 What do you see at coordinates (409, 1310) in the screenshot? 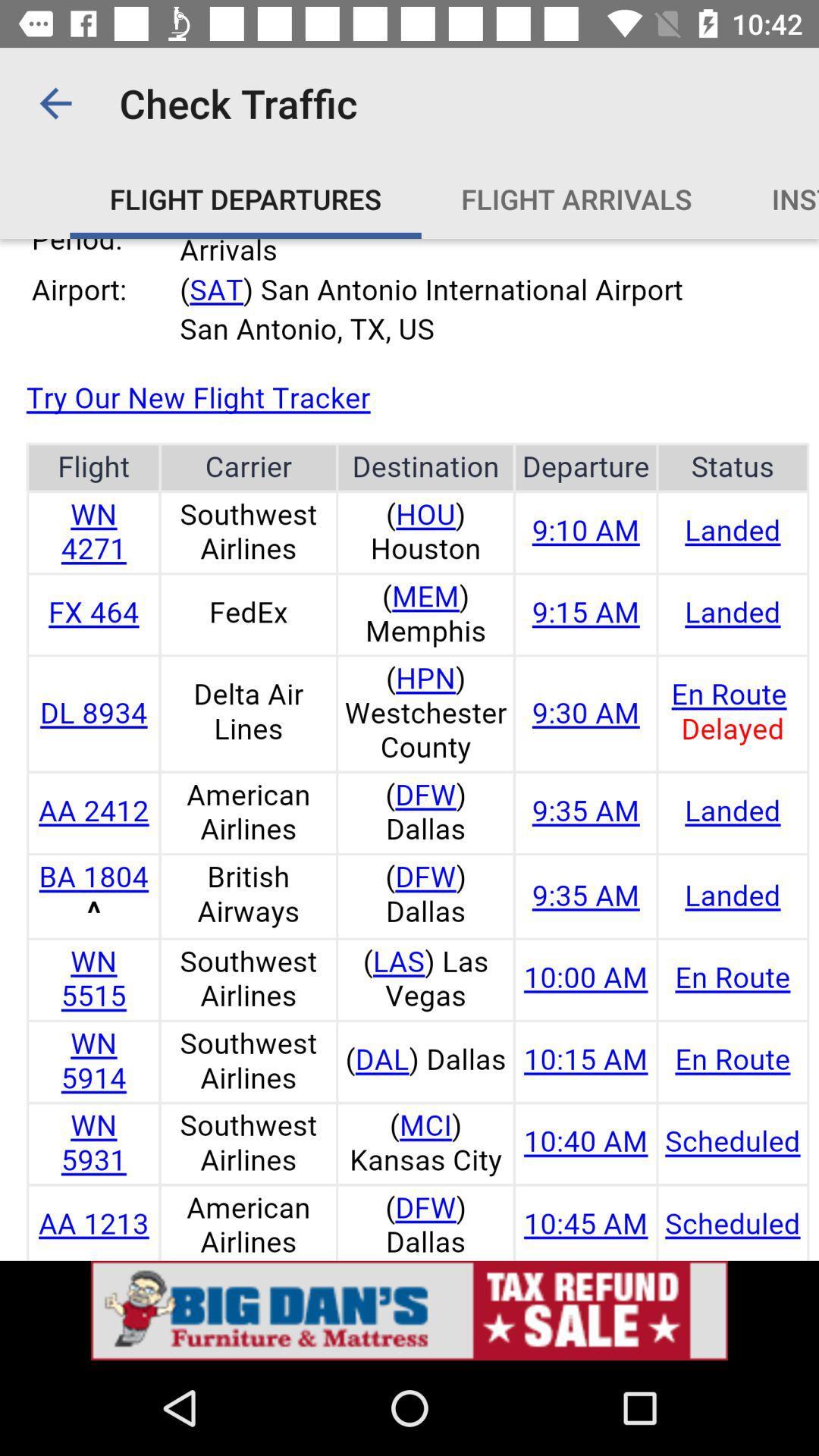
I see `advertisement option` at bounding box center [409, 1310].